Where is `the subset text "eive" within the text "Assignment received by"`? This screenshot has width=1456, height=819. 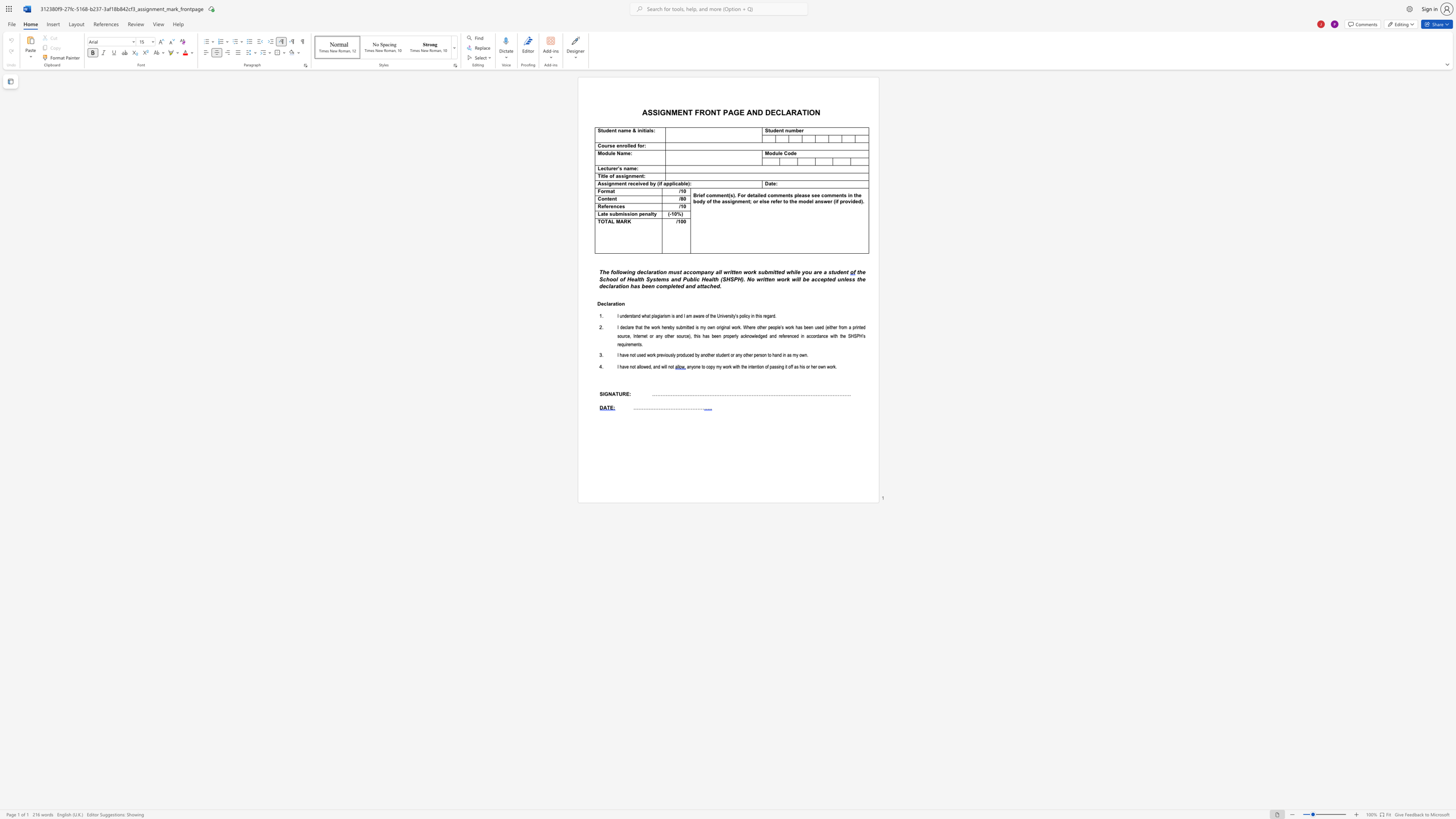
the subset text "eive" within the text "Assignment received by" is located at coordinates (635, 183).